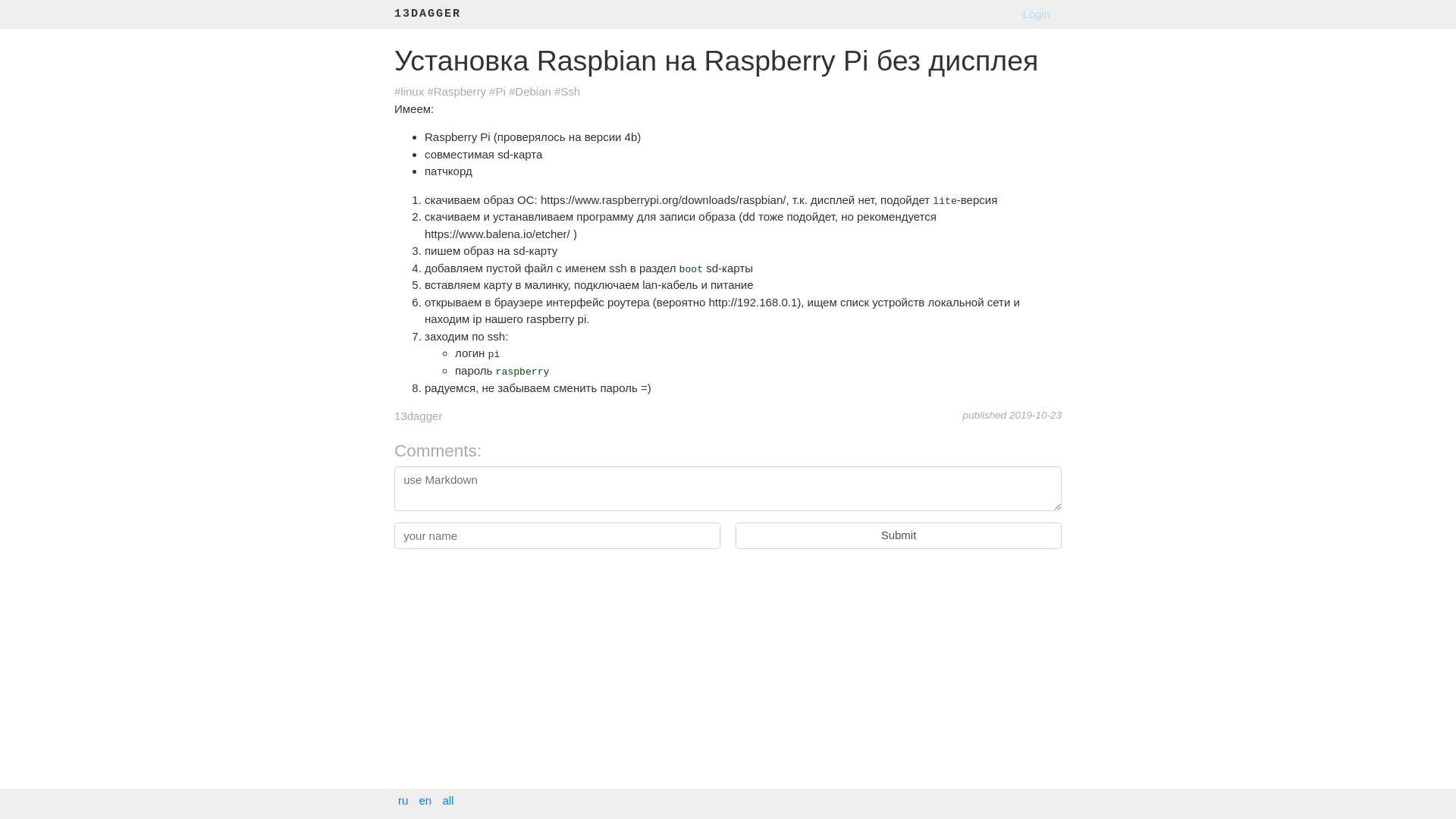 The height and width of the screenshot is (819, 1456). I want to click on '#Ssh', so click(566, 91).